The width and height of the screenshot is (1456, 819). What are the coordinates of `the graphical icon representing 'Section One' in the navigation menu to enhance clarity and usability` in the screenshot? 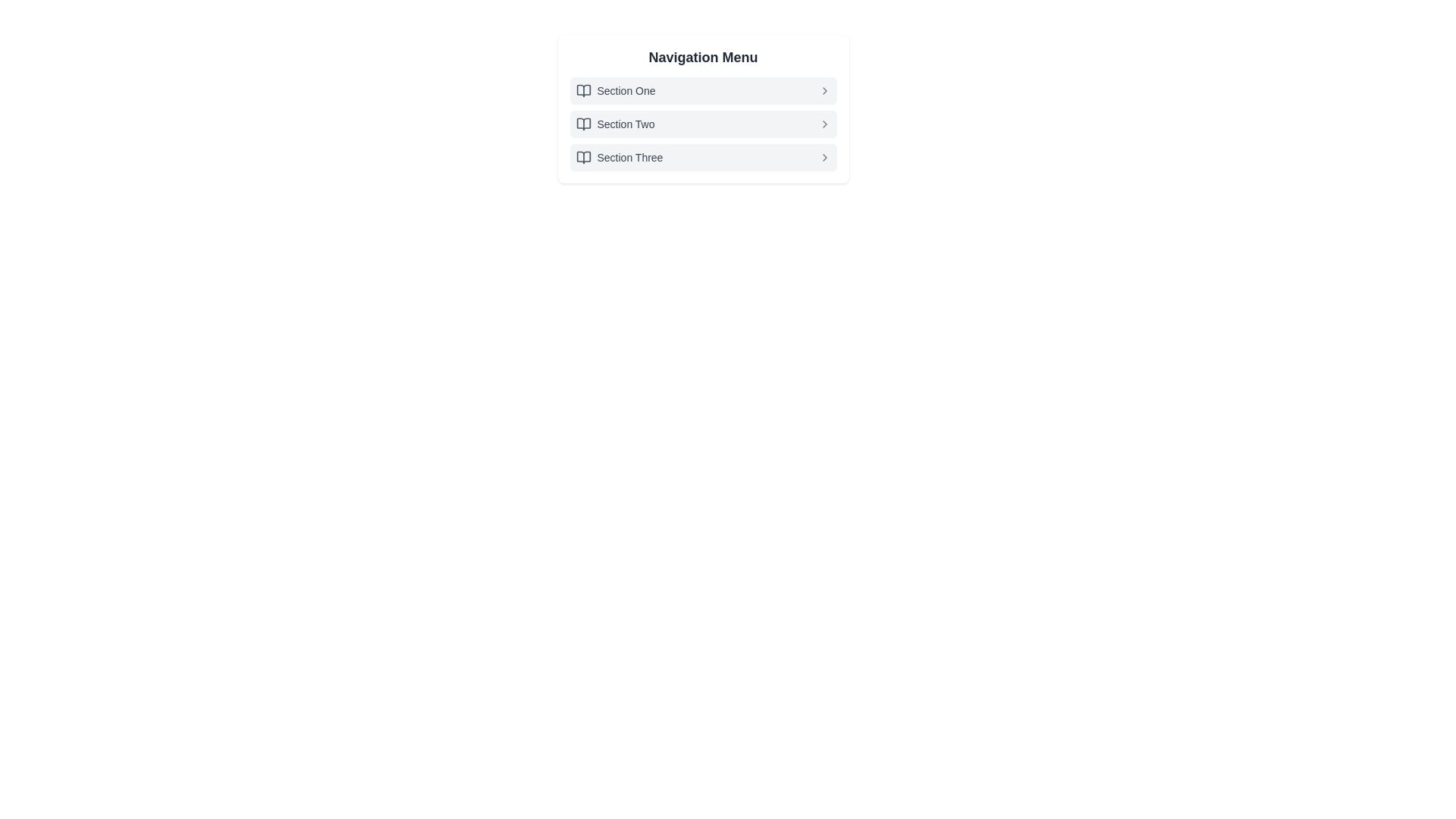 It's located at (582, 90).